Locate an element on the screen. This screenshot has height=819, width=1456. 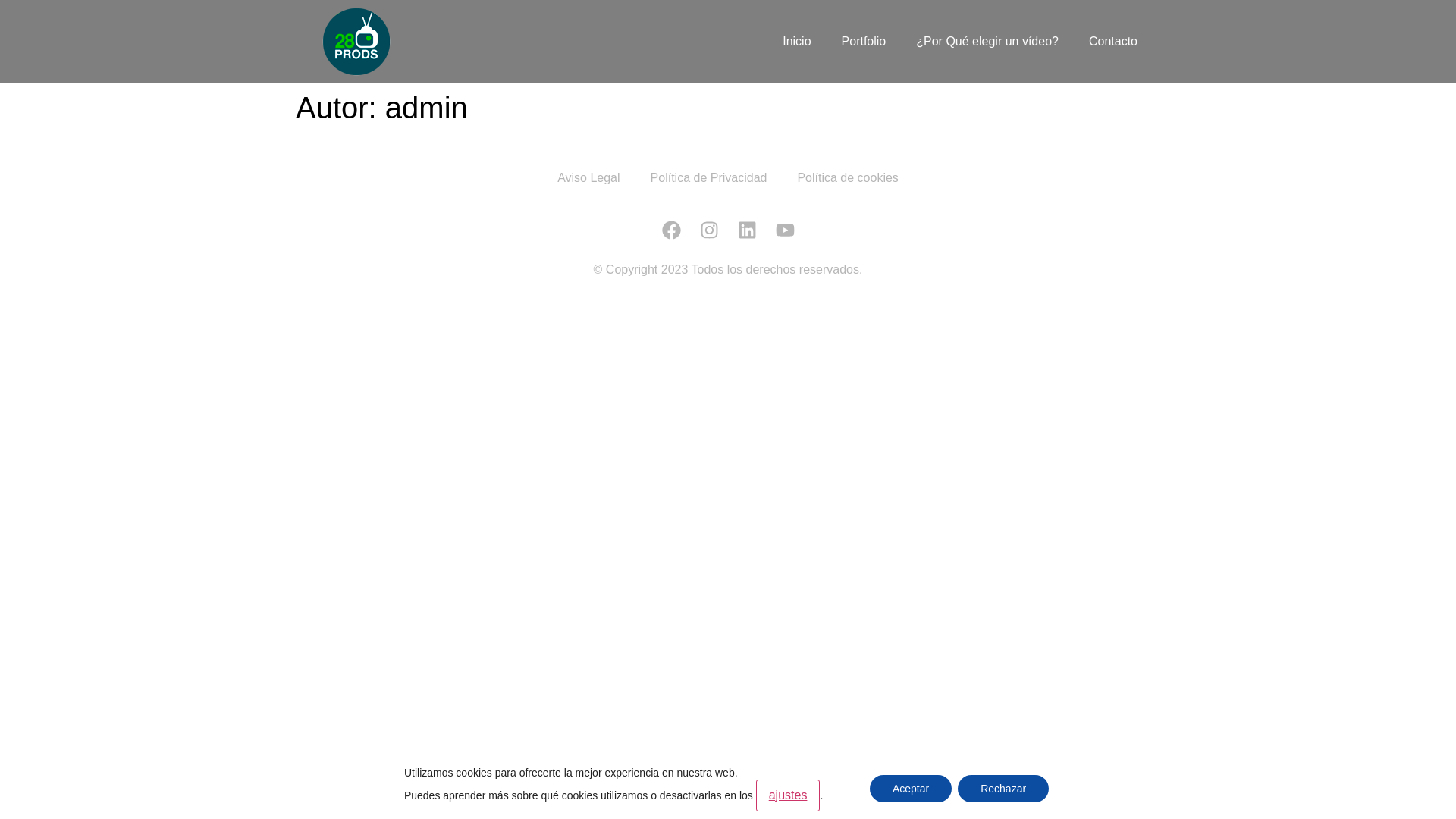
'Portfolio' is located at coordinates (864, 40).